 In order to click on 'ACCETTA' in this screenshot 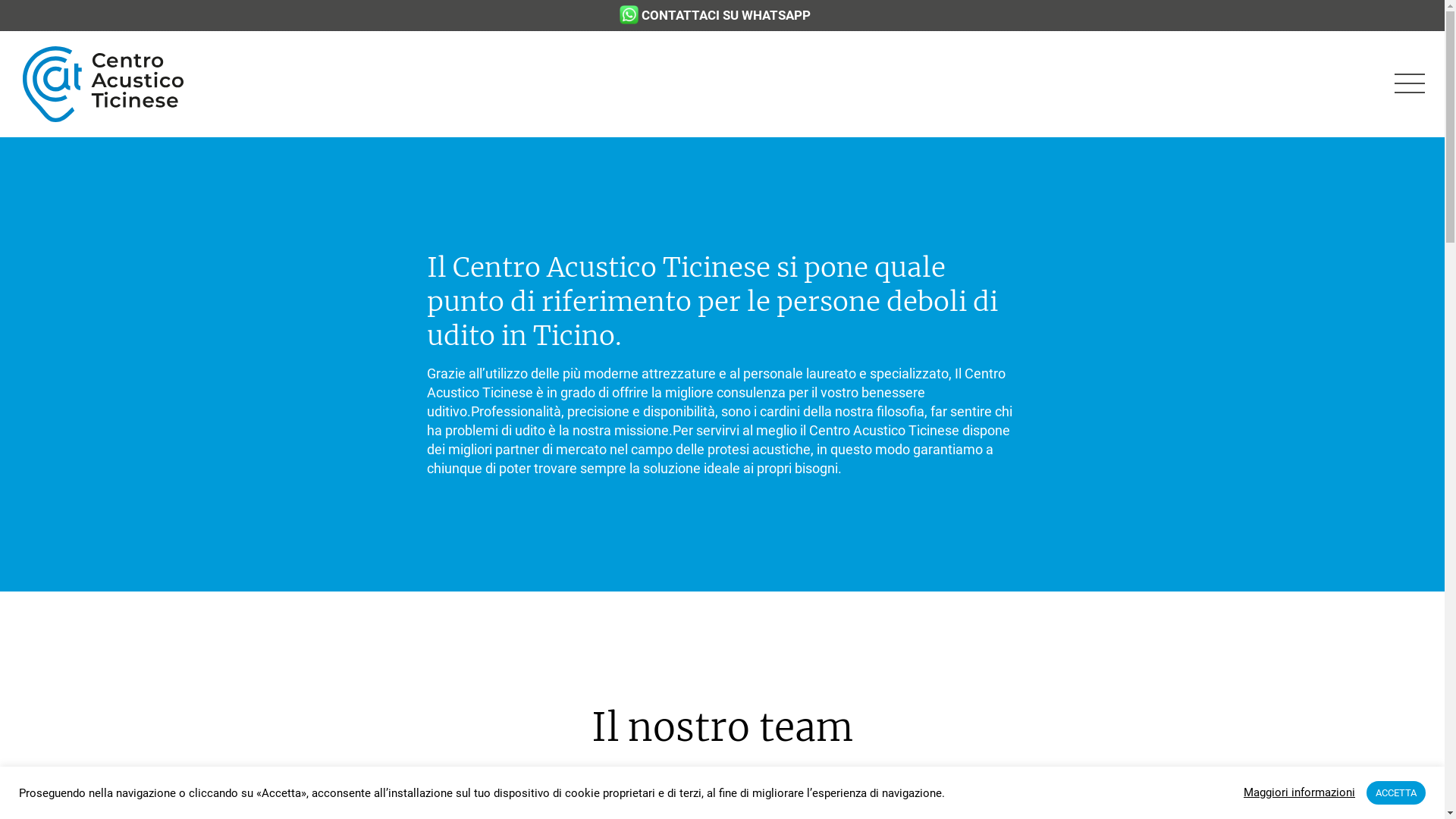, I will do `click(1395, 792)`.